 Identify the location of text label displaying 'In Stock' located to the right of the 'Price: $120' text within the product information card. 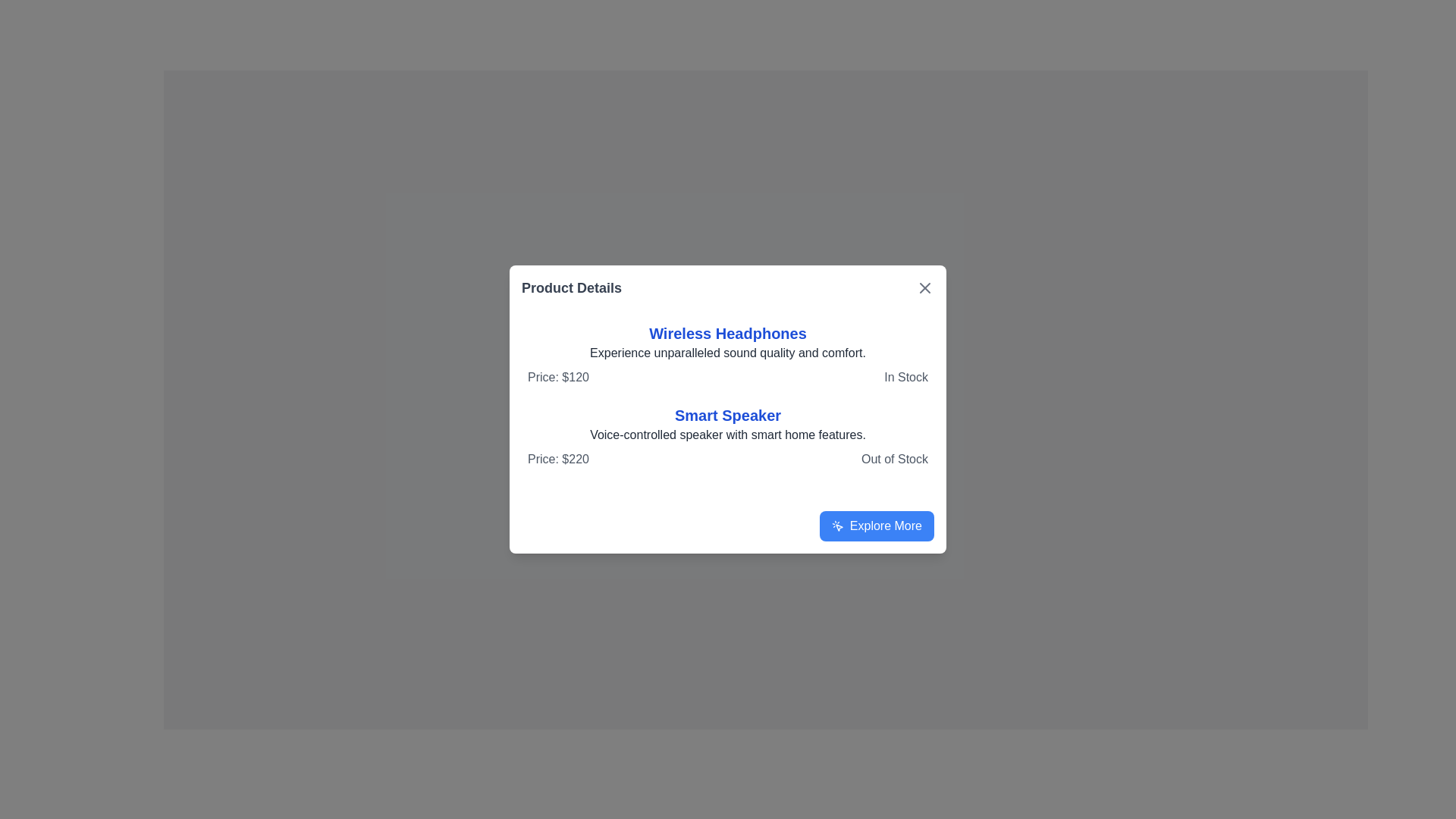
(906, 376).